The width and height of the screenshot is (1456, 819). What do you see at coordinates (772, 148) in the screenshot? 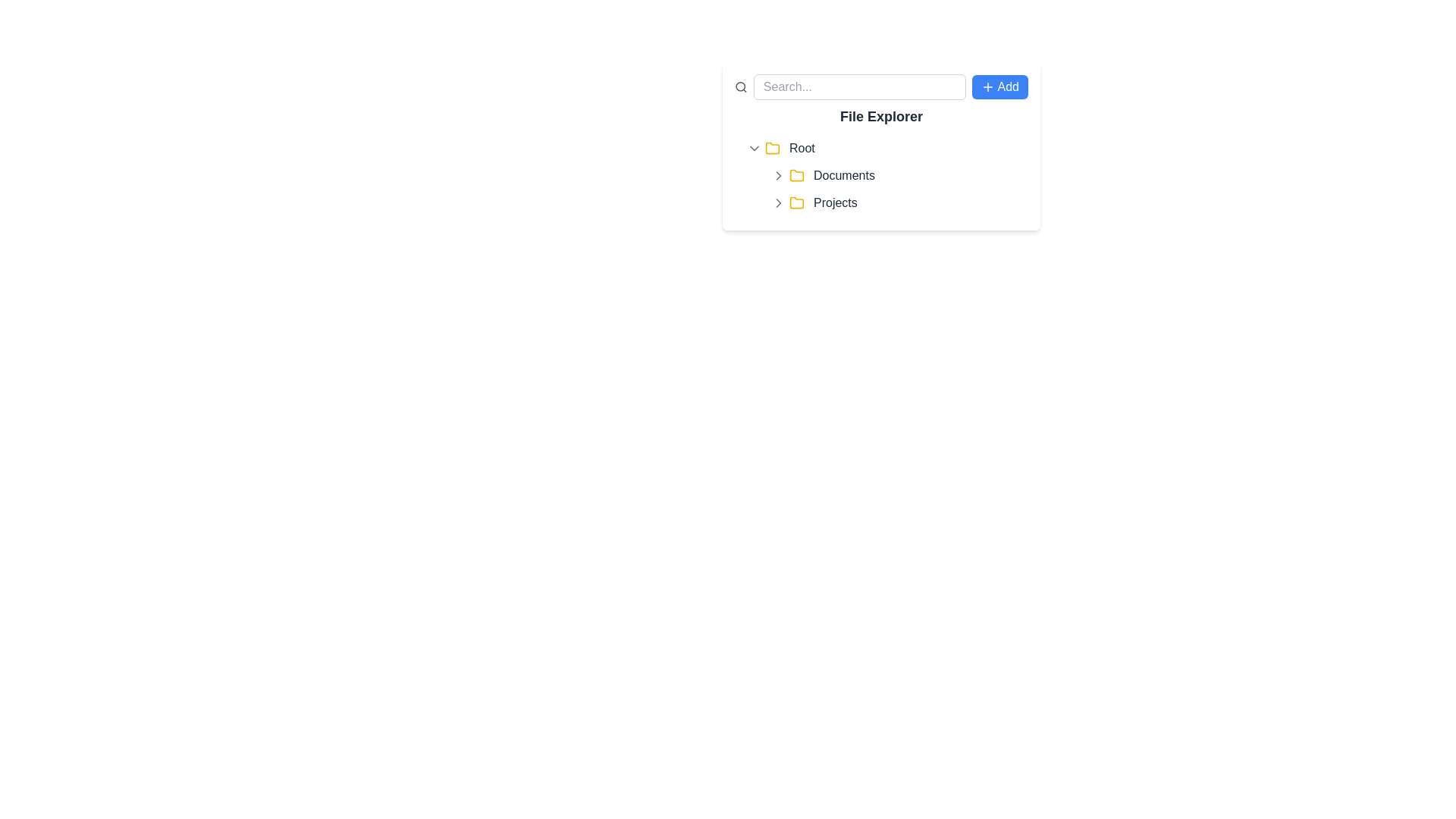
I see `the yellow folder icon located to the left of the 'Root' label in the file explorer's tree view` at bounding box center [772, 148].